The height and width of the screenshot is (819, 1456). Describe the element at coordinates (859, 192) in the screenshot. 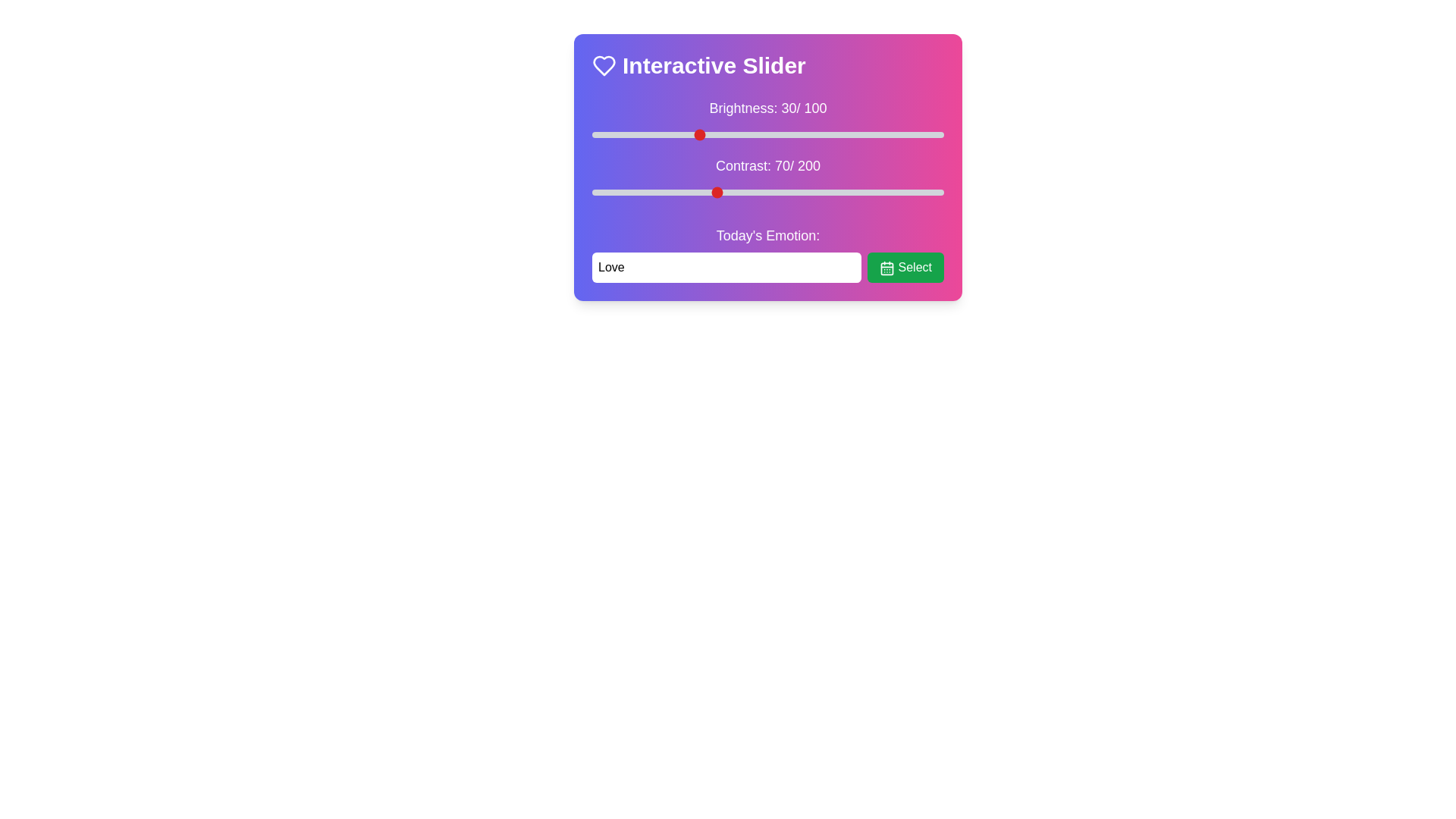

I see `the contrast slider to 152` at that location.